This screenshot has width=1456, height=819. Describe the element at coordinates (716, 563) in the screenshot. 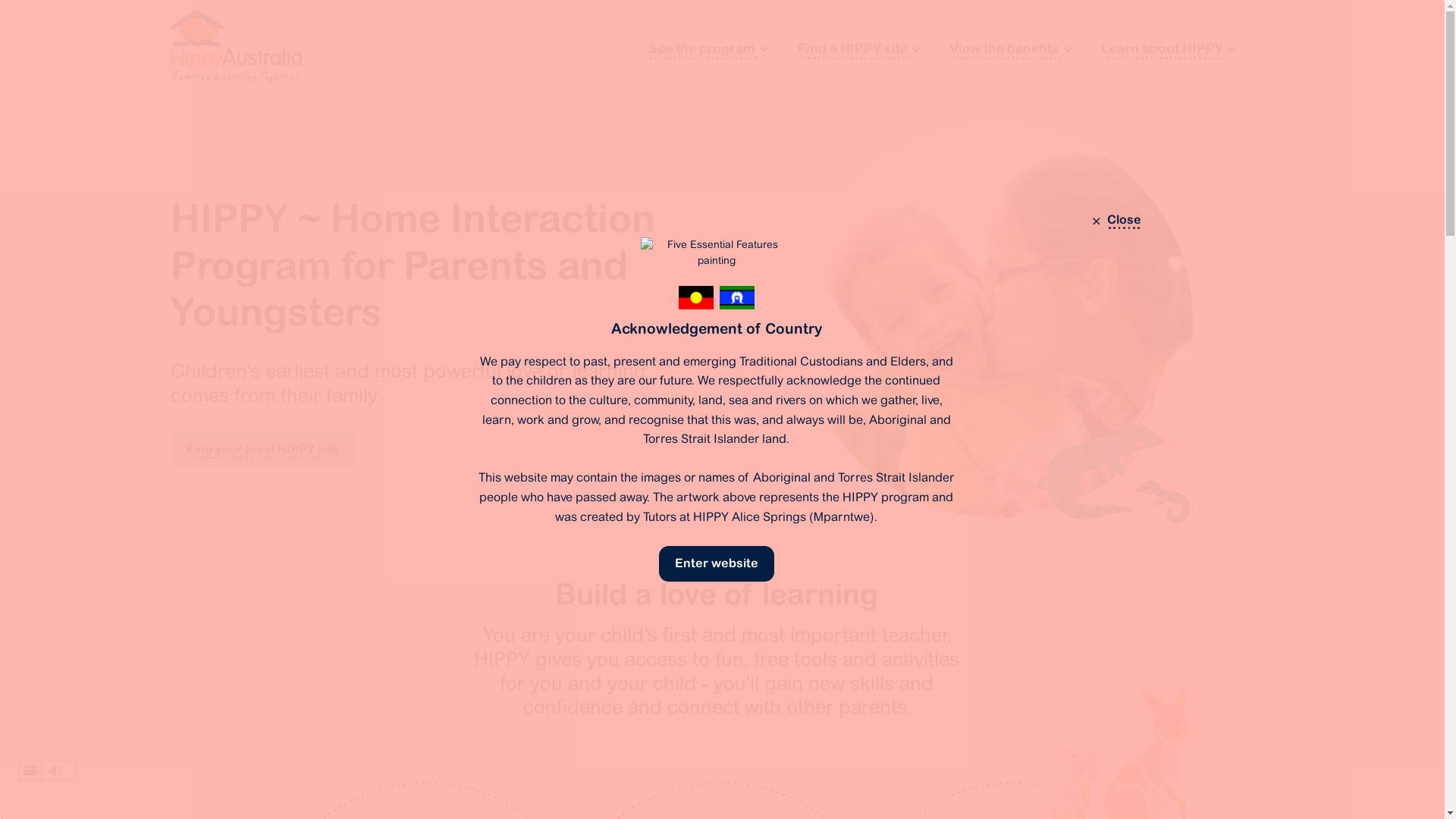

I see `'Enter website'` at that location.